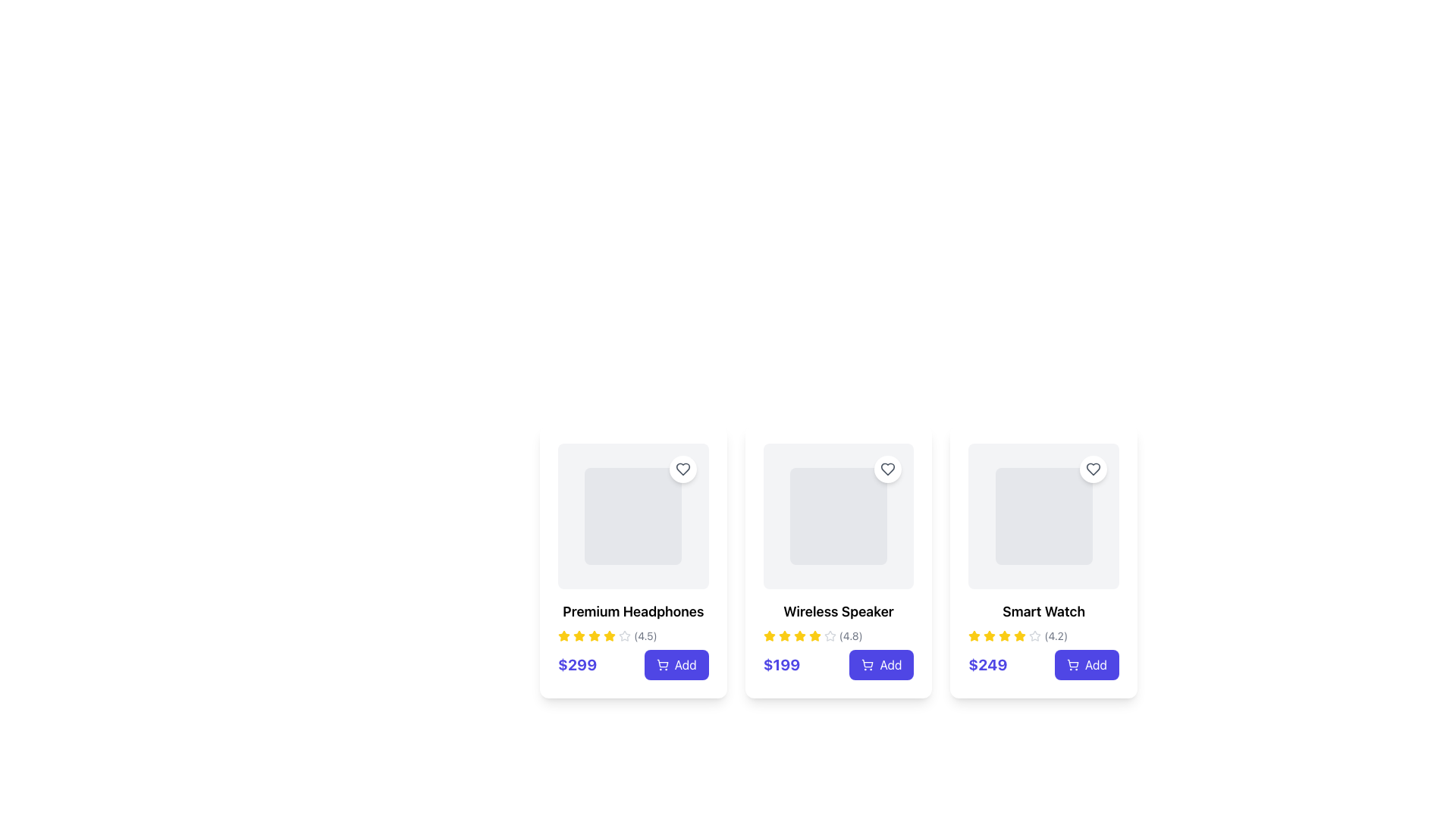  What do you see at coordinates (563, 635) in the screenshot?
I see `the yellow five-pointed star icon indicating the rating for the product 'Premium Headphones', located in the first column of the star rating system` at bounding box center [563, 635].